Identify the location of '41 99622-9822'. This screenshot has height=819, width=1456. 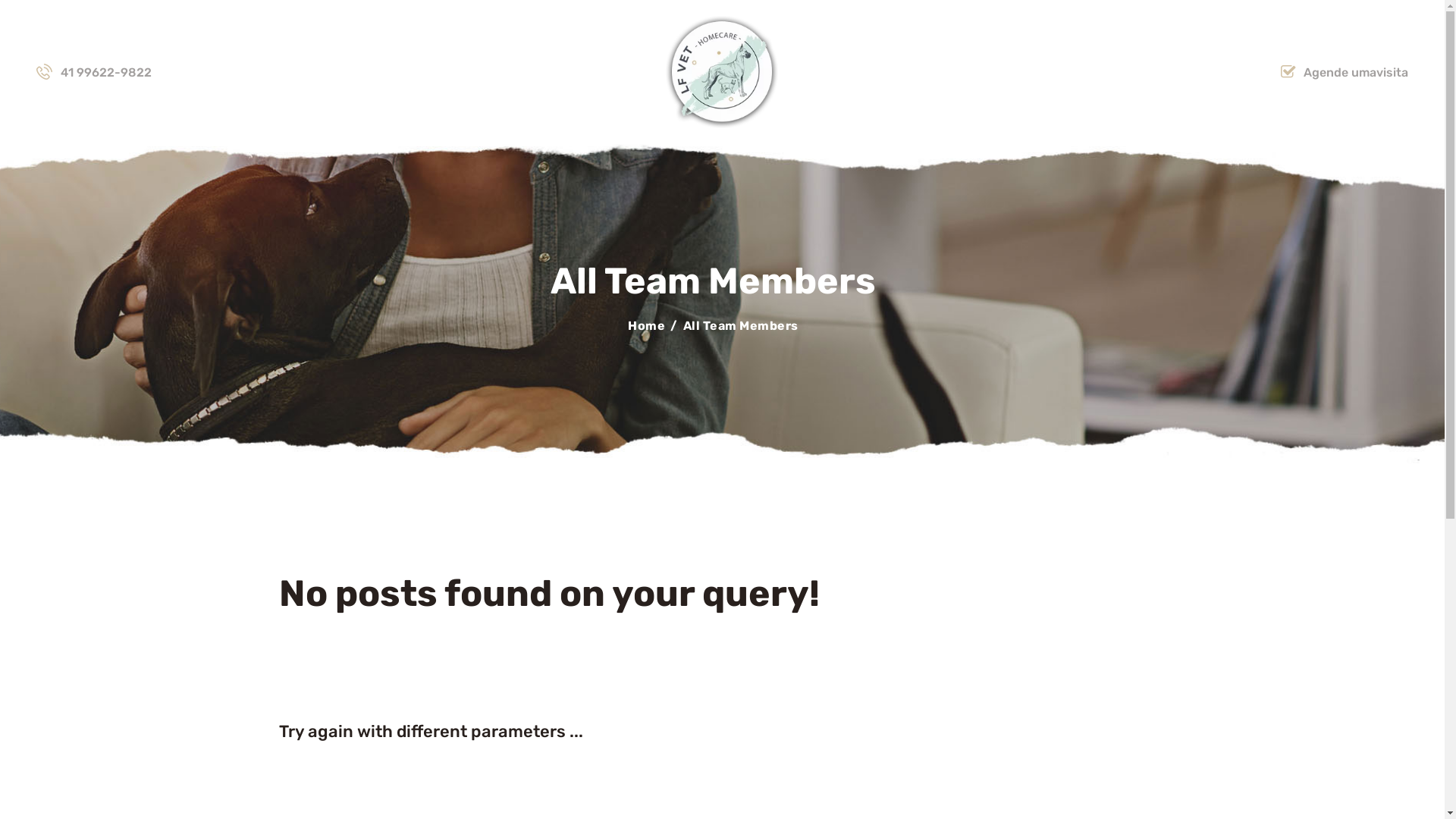
(93, 72).